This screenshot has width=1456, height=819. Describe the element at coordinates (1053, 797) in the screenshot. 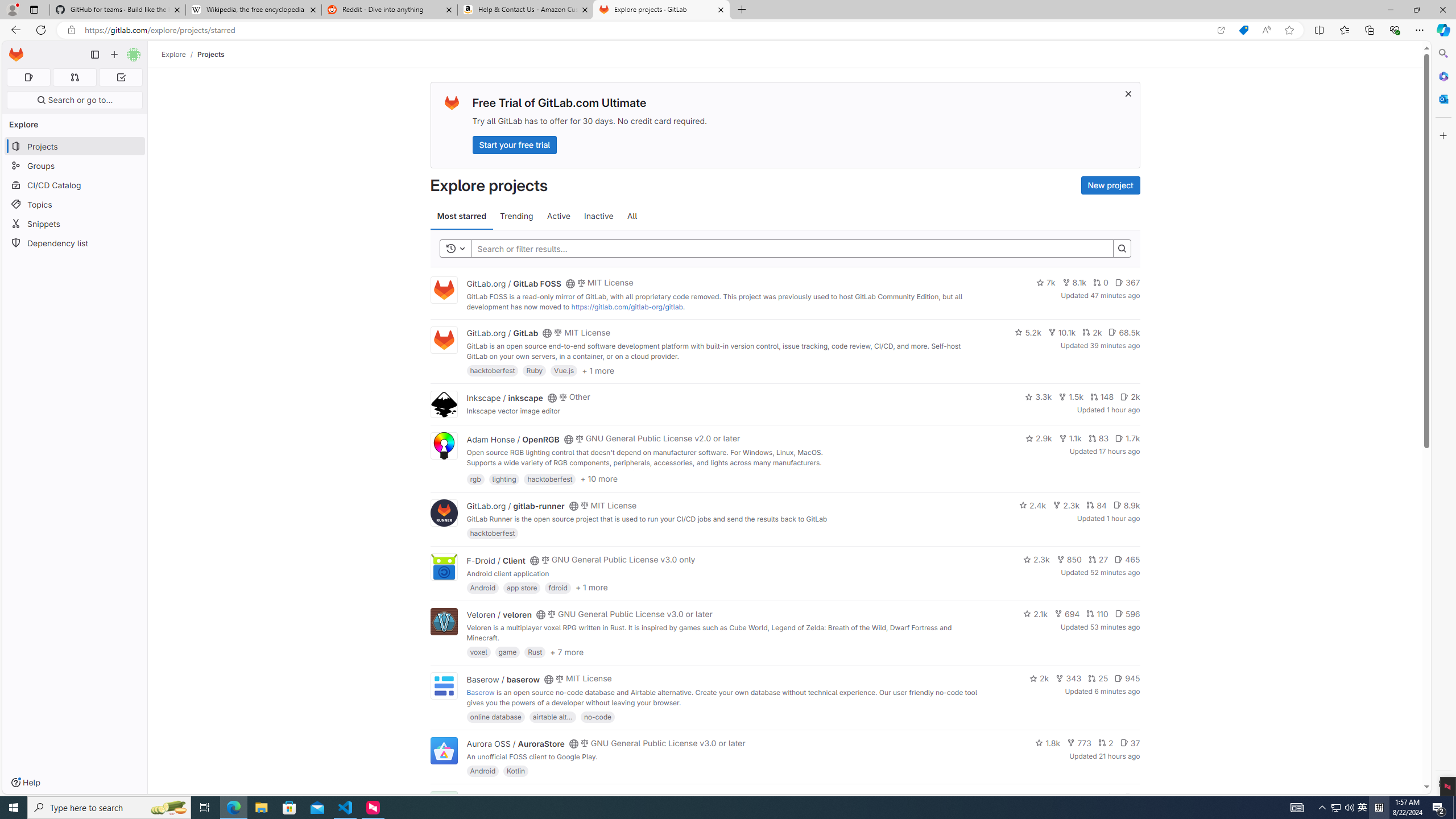

I see `'1.4k'` at that location.